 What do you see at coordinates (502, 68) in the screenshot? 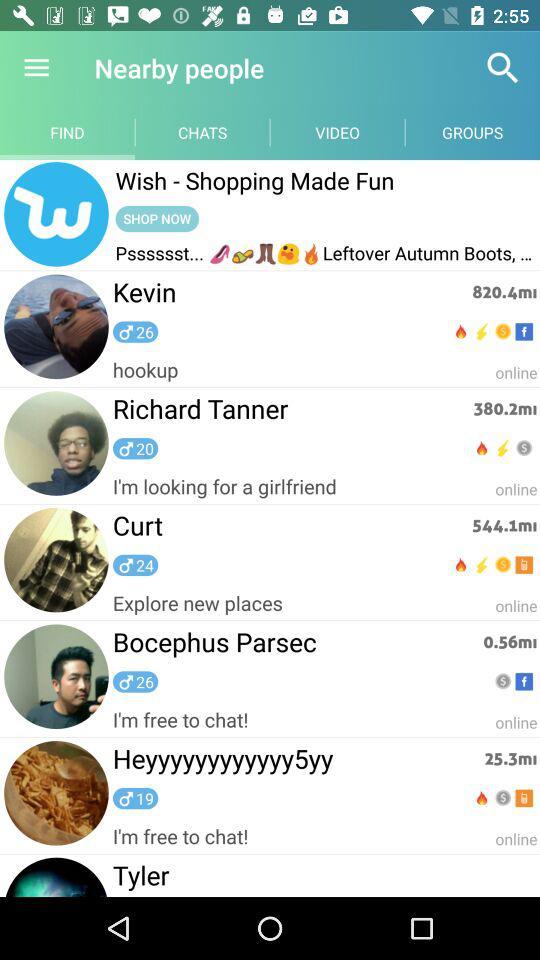
I see `item next to the video item` at bounding box center [502, 68].